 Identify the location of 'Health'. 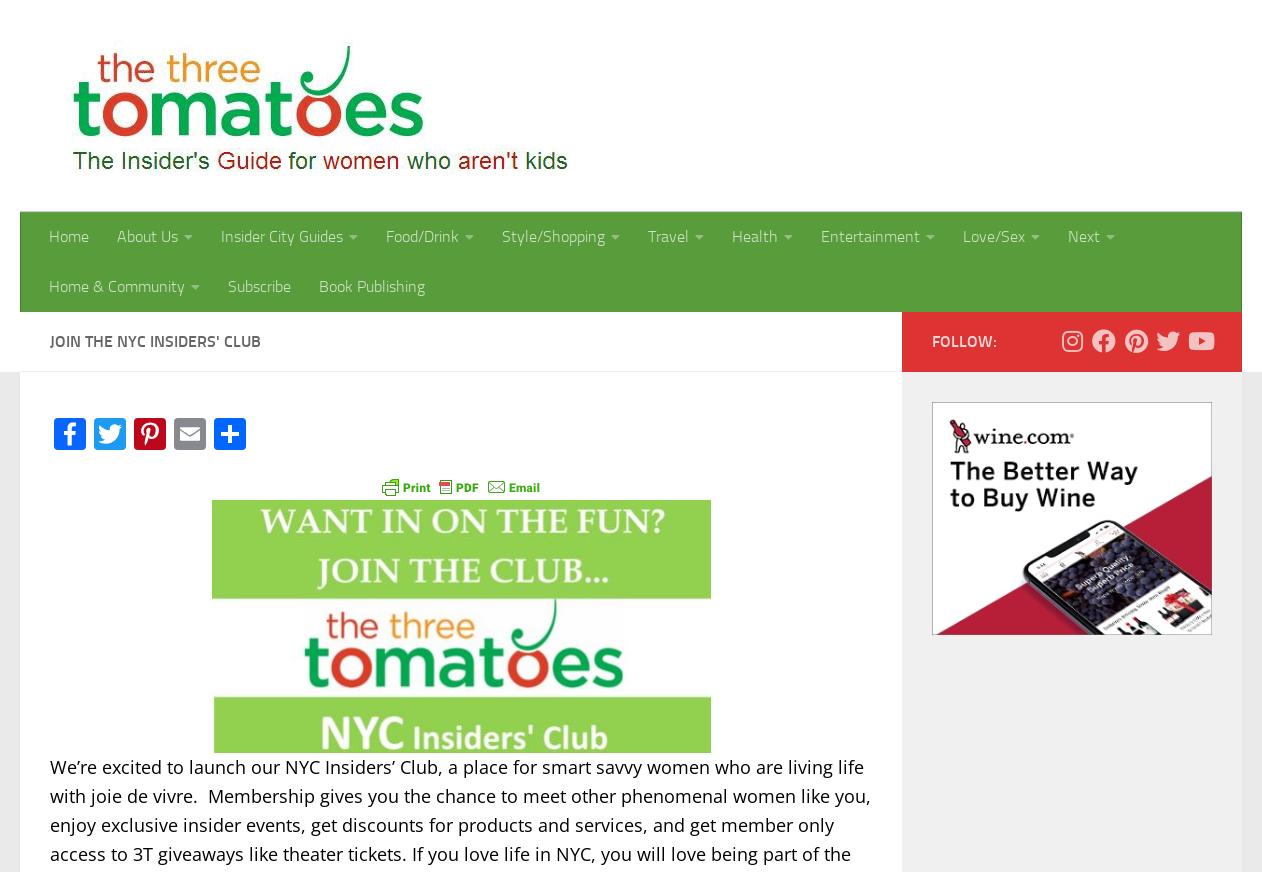
(754, 235).